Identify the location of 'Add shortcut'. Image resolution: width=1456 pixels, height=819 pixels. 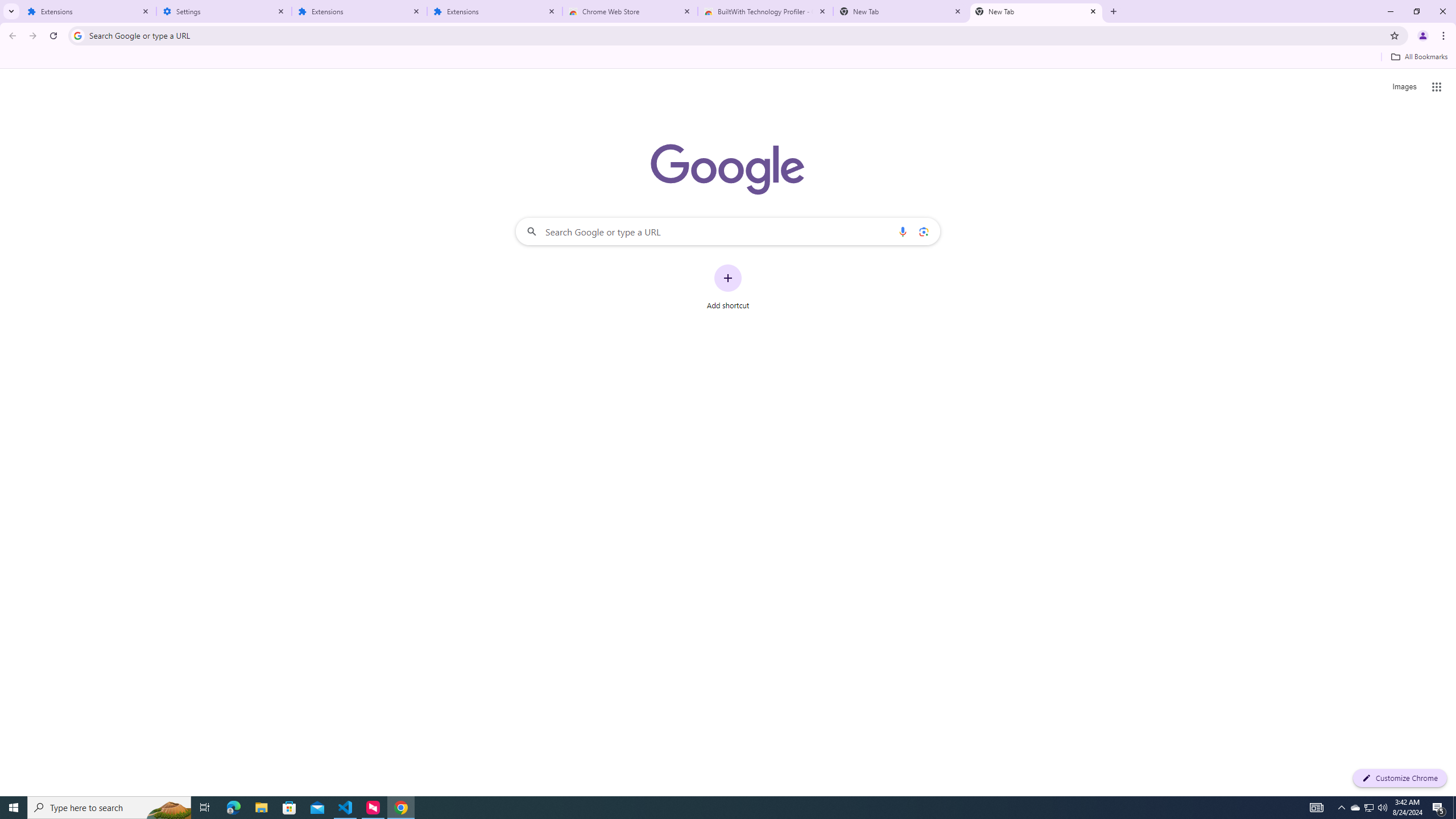
(728, 287).